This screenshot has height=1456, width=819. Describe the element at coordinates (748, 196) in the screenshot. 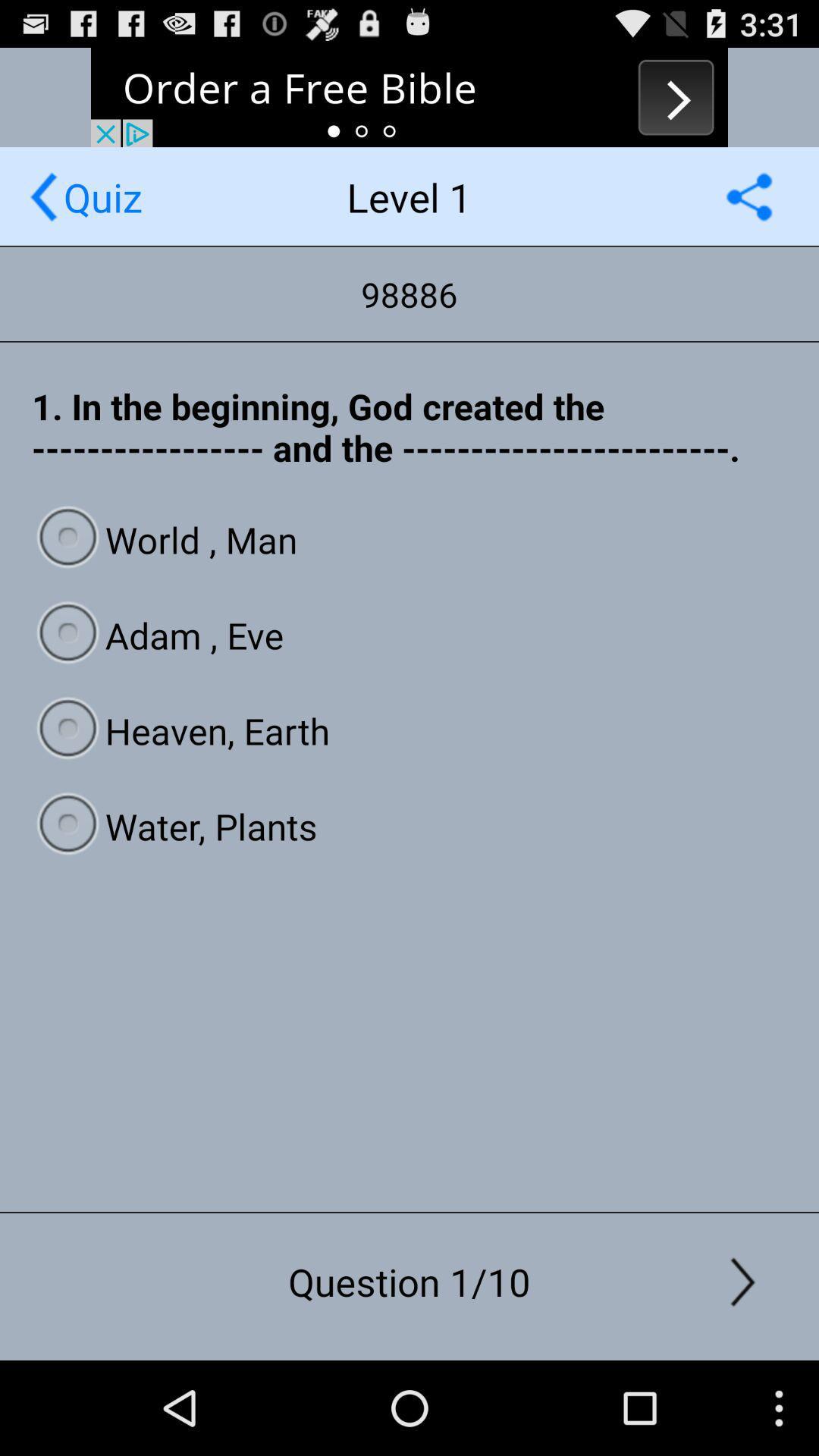

I see `share` at that location.